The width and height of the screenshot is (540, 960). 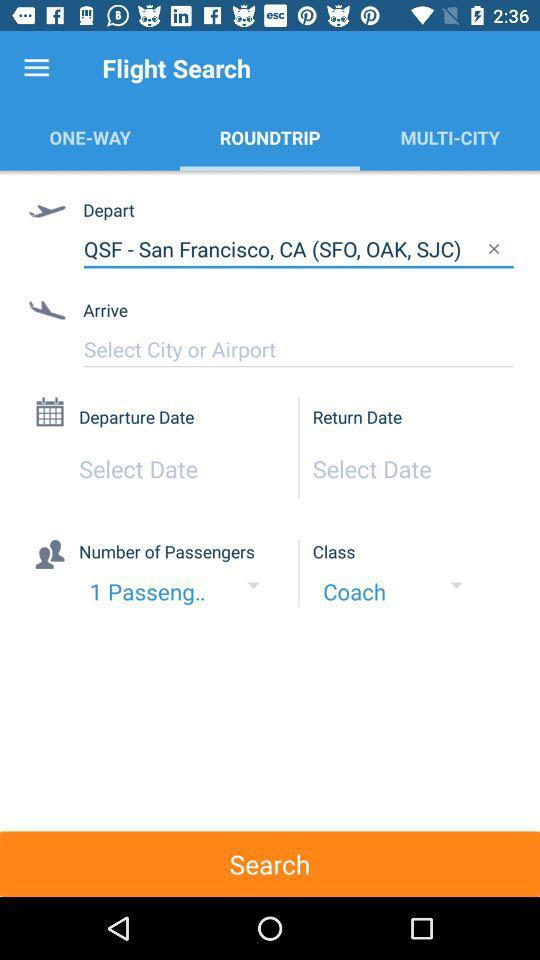 I want to click on type your arrival, so click(x=297, y=349).